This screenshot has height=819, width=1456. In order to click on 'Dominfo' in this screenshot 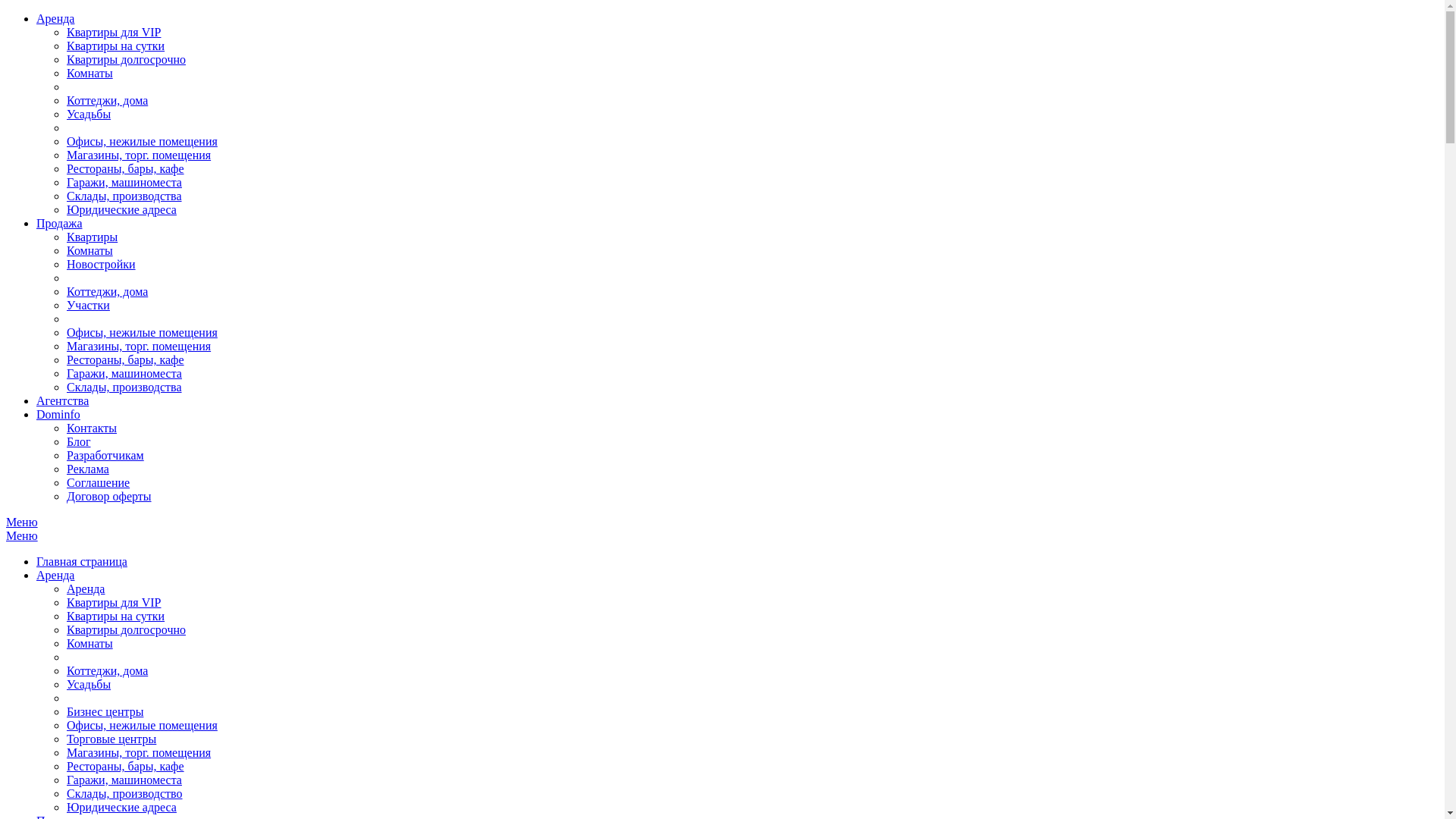, I will do `click(58, 414)`.